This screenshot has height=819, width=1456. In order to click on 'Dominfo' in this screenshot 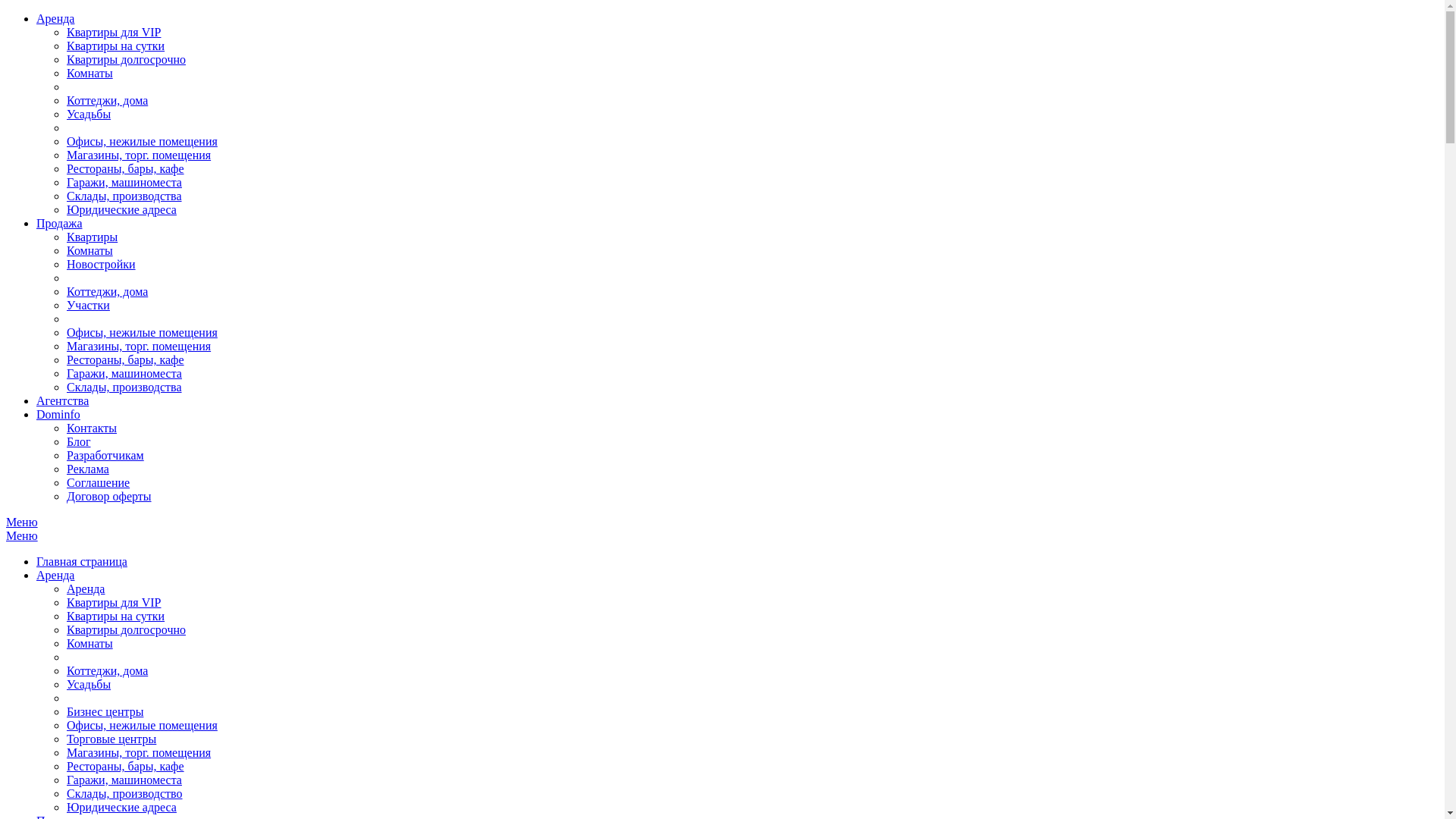, I will do `click(58, 414)`.